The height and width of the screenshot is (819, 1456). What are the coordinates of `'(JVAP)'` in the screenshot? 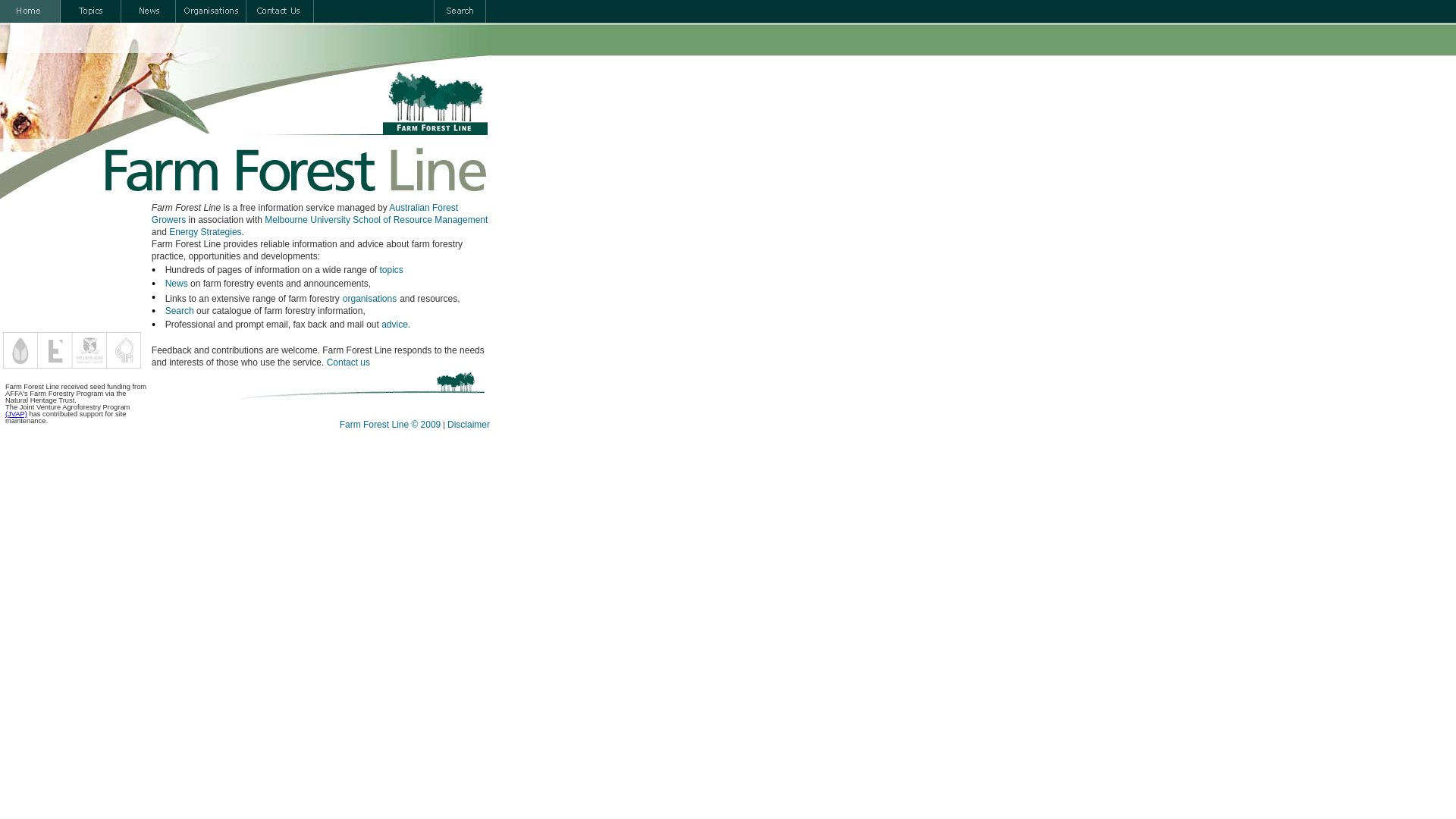 It's located at (16, 414).